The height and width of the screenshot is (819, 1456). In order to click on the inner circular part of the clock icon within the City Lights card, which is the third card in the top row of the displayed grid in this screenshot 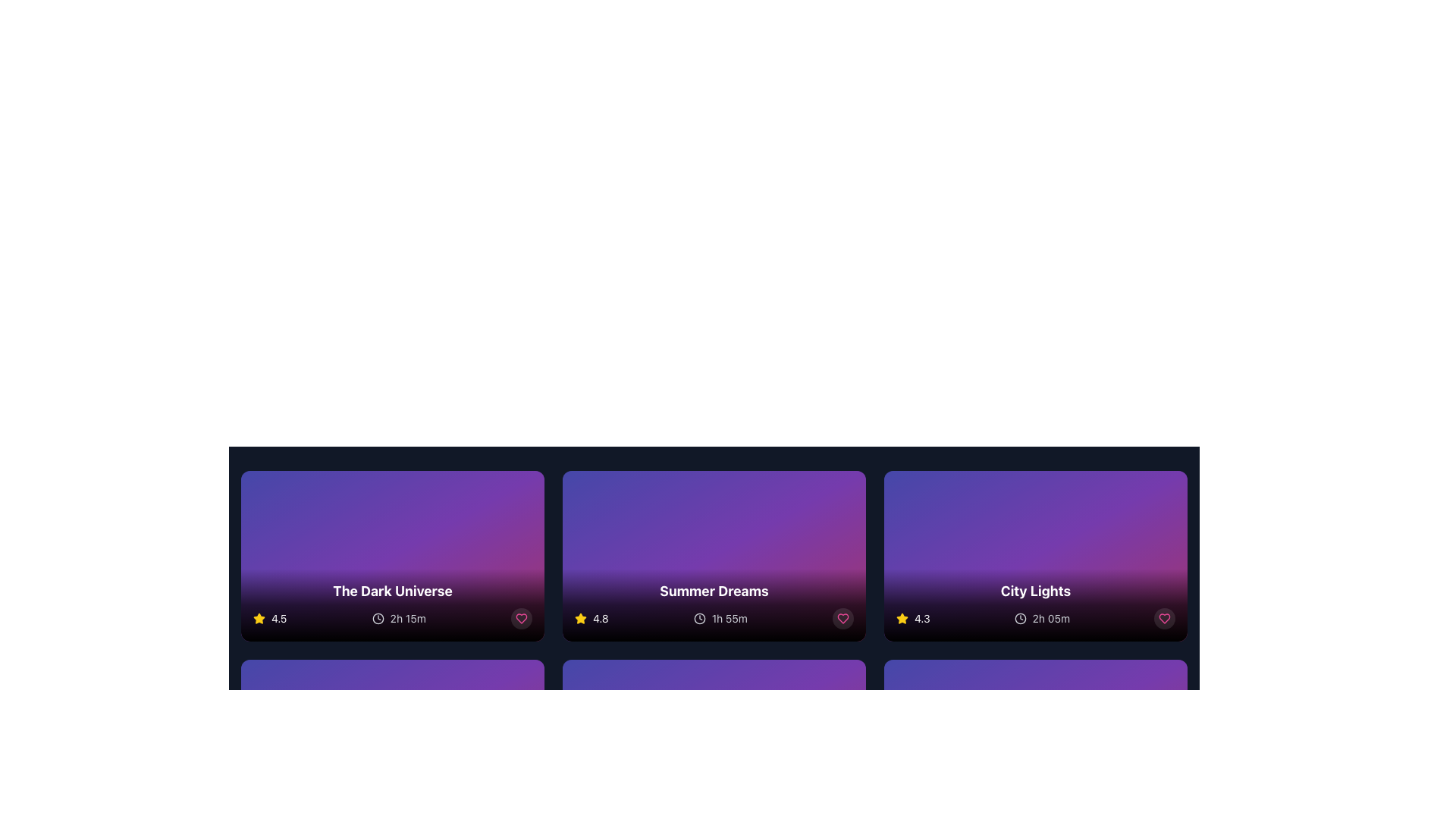, I will do `click(1020, 619)`.